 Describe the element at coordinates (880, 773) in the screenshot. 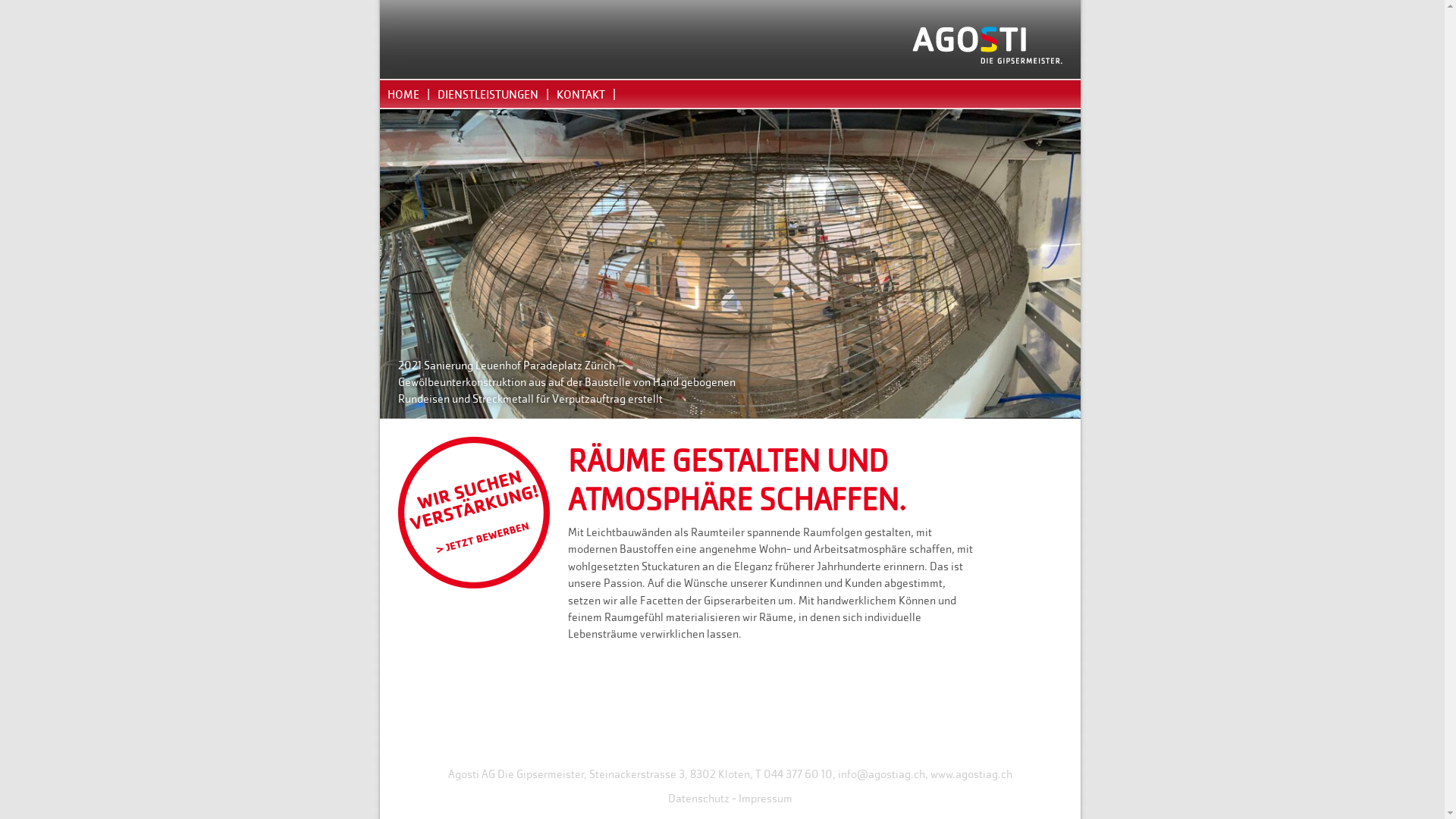

I see `'info@agostiag.ch'` at that location.